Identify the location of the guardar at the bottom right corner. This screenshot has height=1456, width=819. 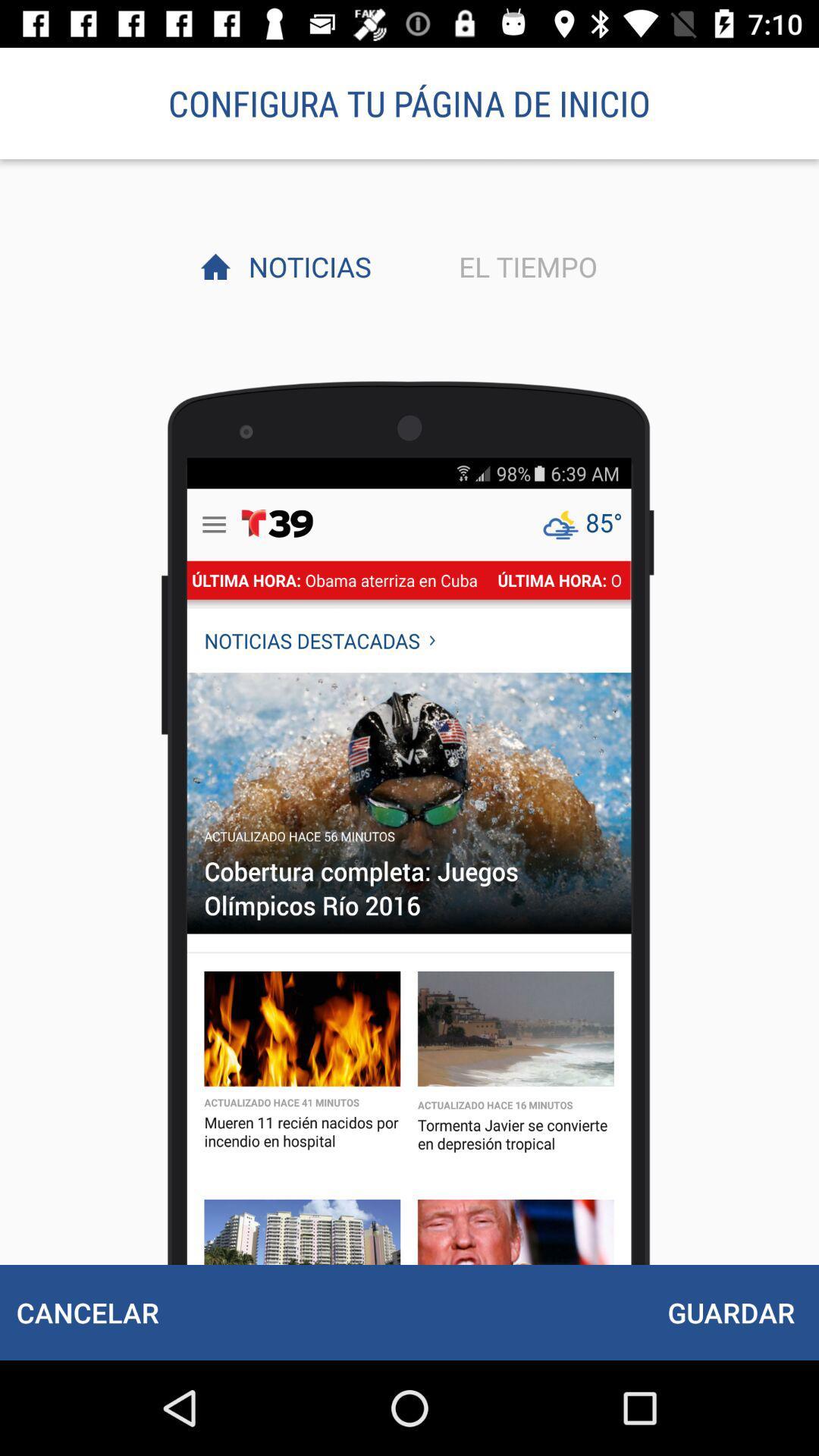
(730, 1312).